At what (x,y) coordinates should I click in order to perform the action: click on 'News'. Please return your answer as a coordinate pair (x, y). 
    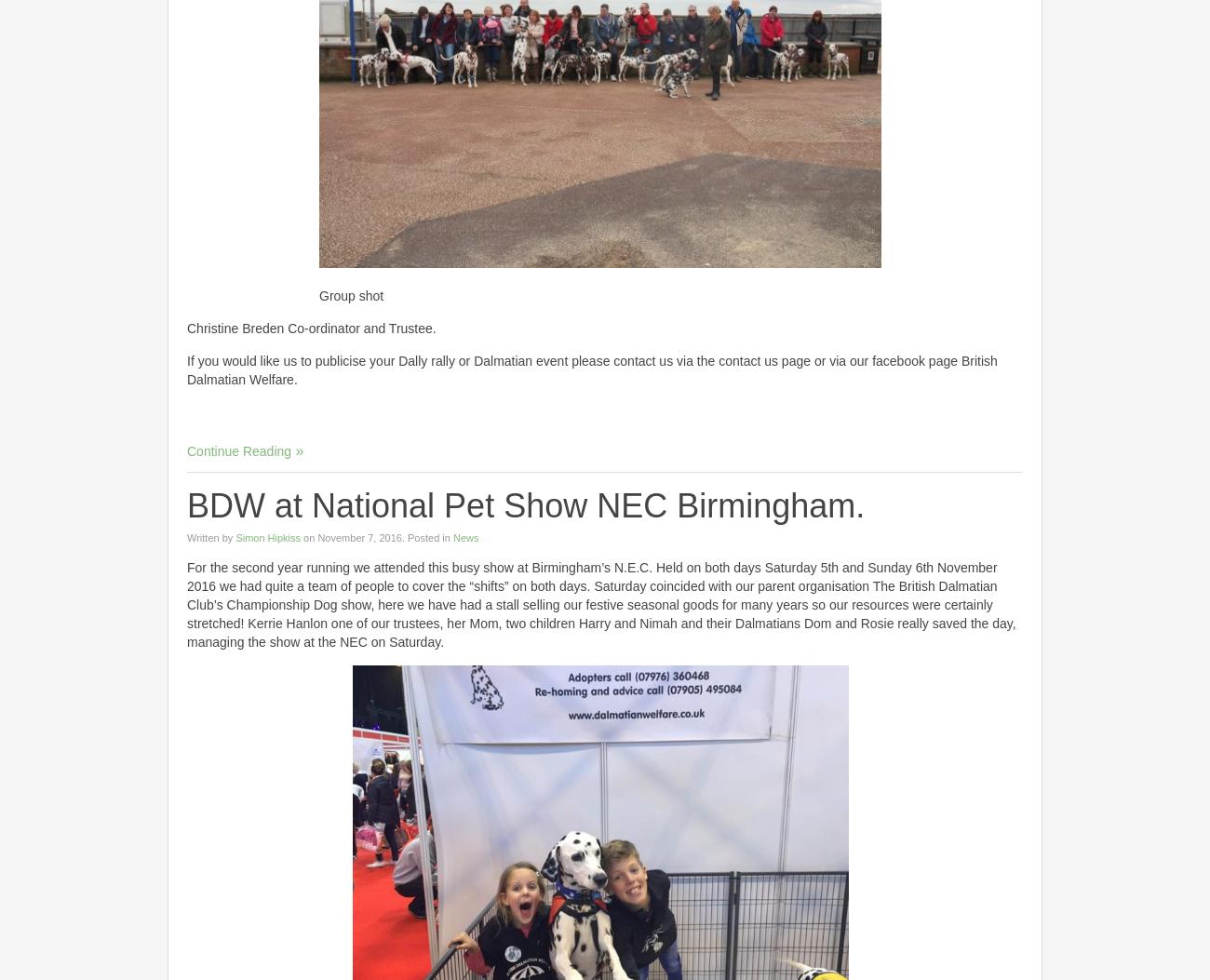
    Looking at the image, I should click on (464, 537).